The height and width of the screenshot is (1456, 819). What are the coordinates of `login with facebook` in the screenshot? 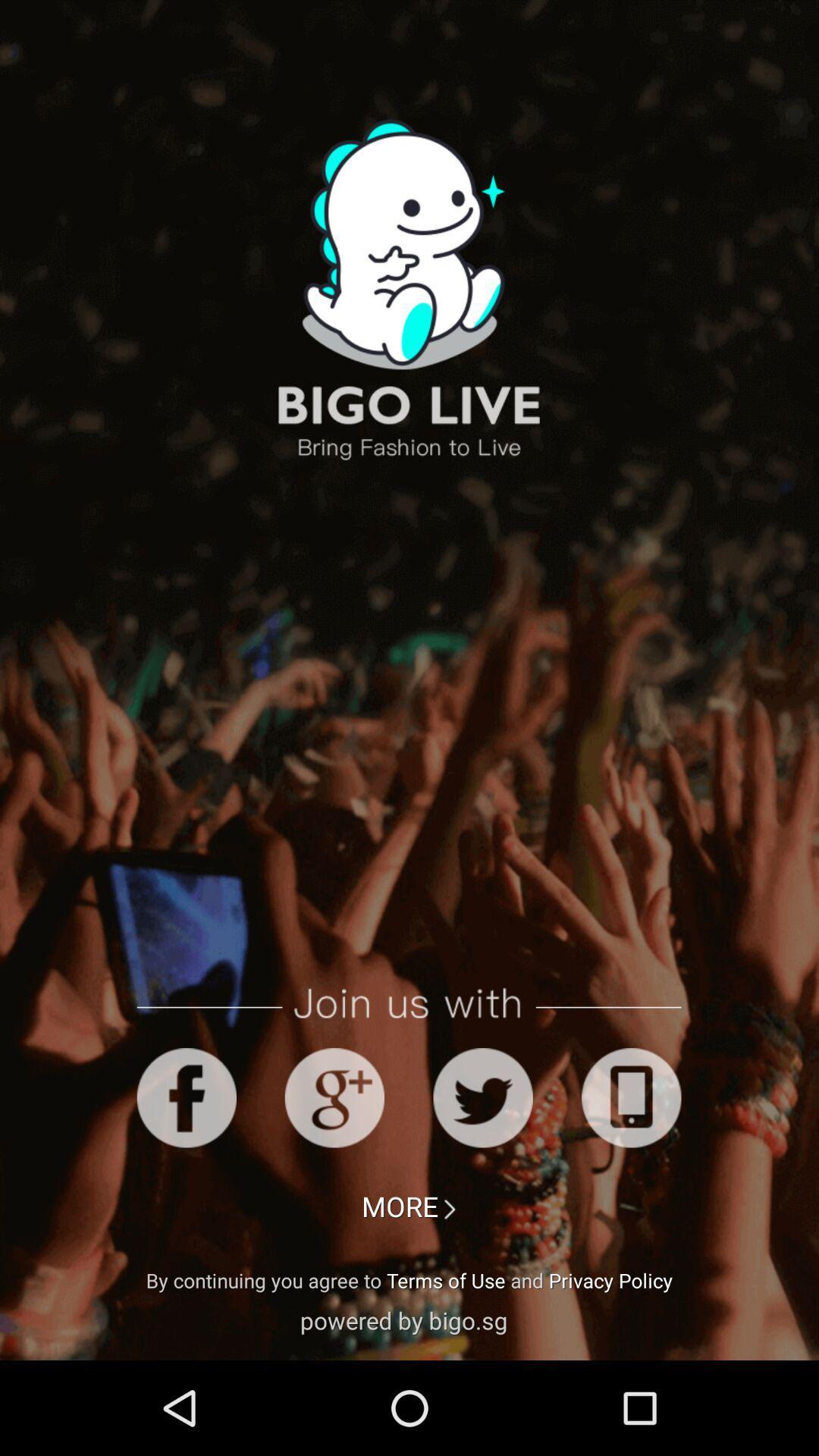 It's located at (186, 1097).